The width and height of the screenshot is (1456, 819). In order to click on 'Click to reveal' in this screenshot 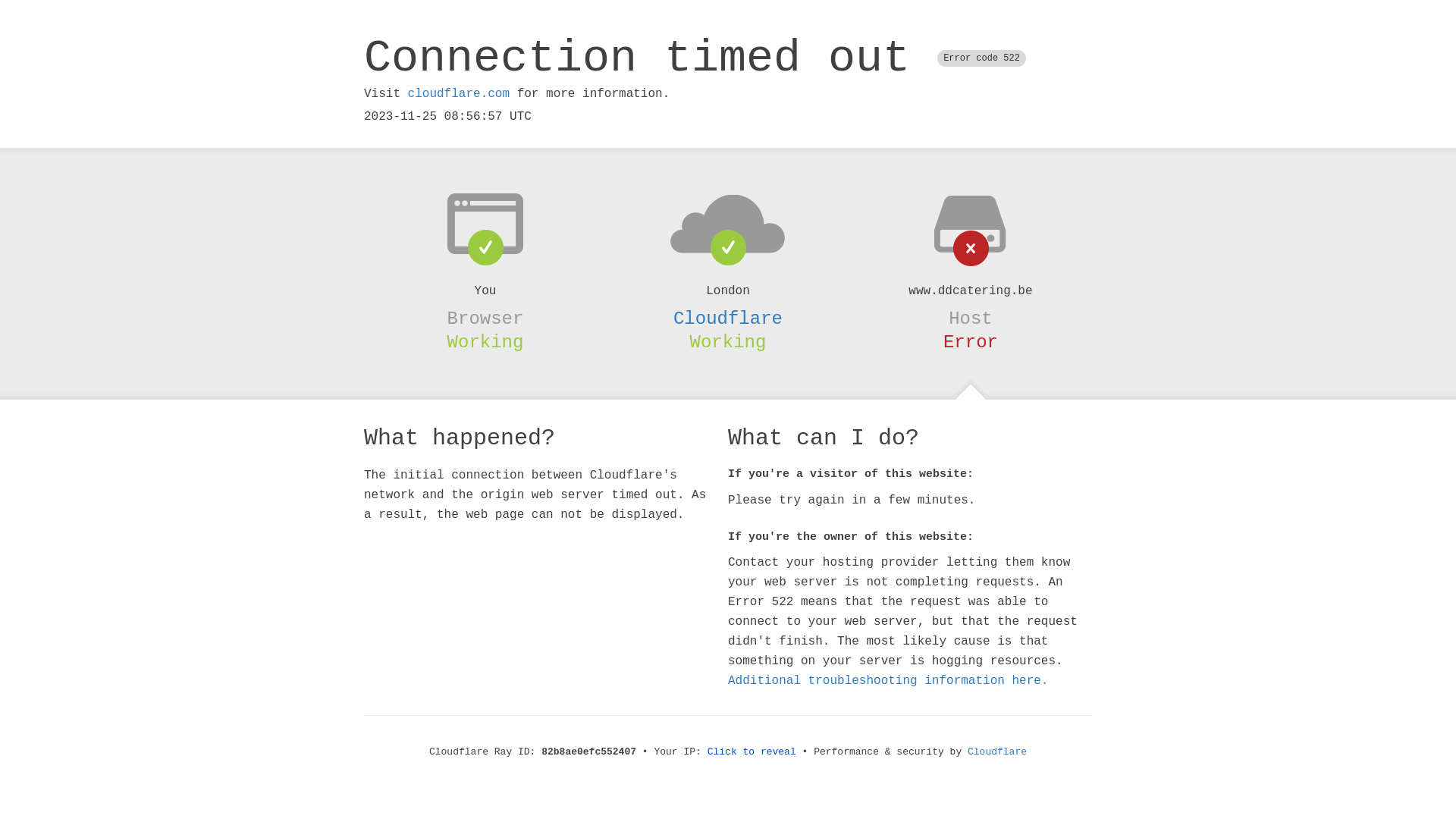, I will do `click(752, 752)`.